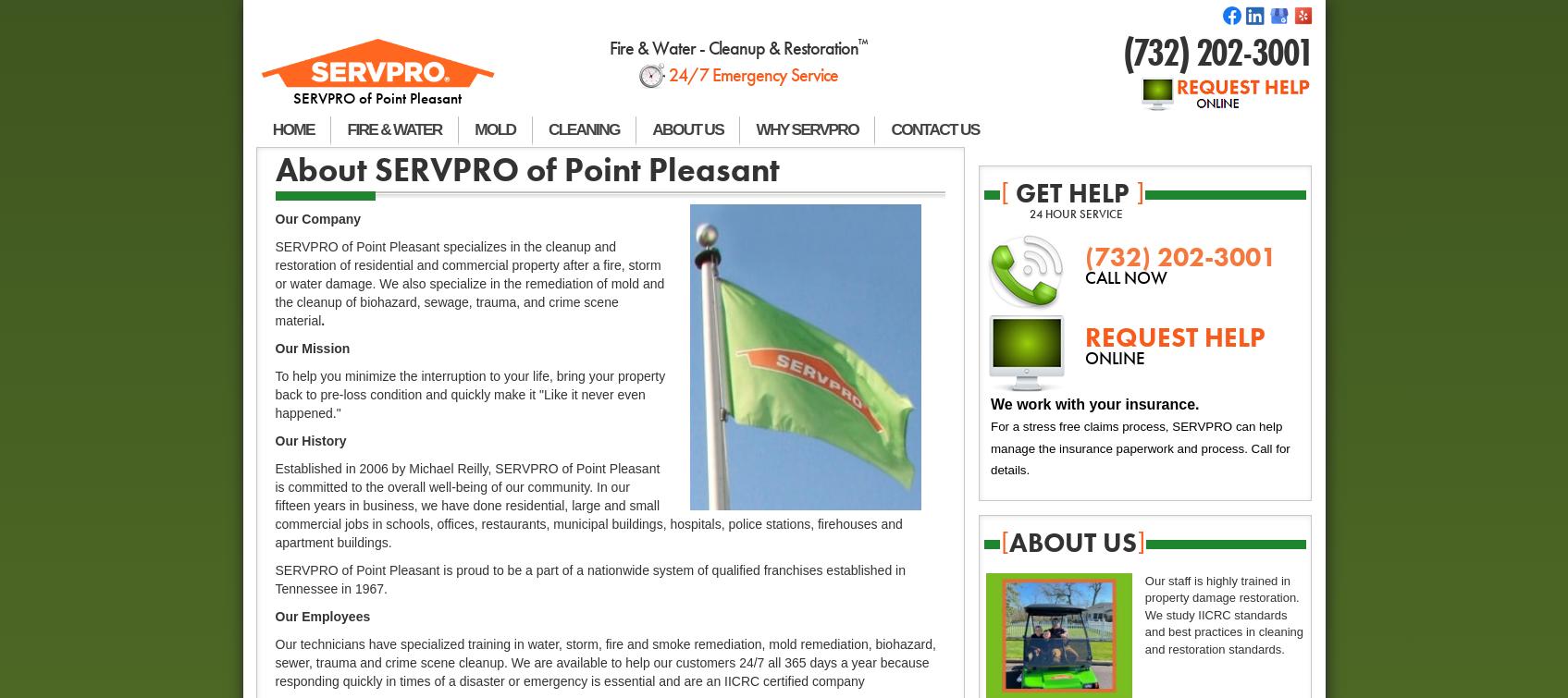 This screenshot has width=1568, height=698. What do you see at coordinates (272, 129) in the screenshot?
I see `'HOME'` at bounding box center [272, 129].